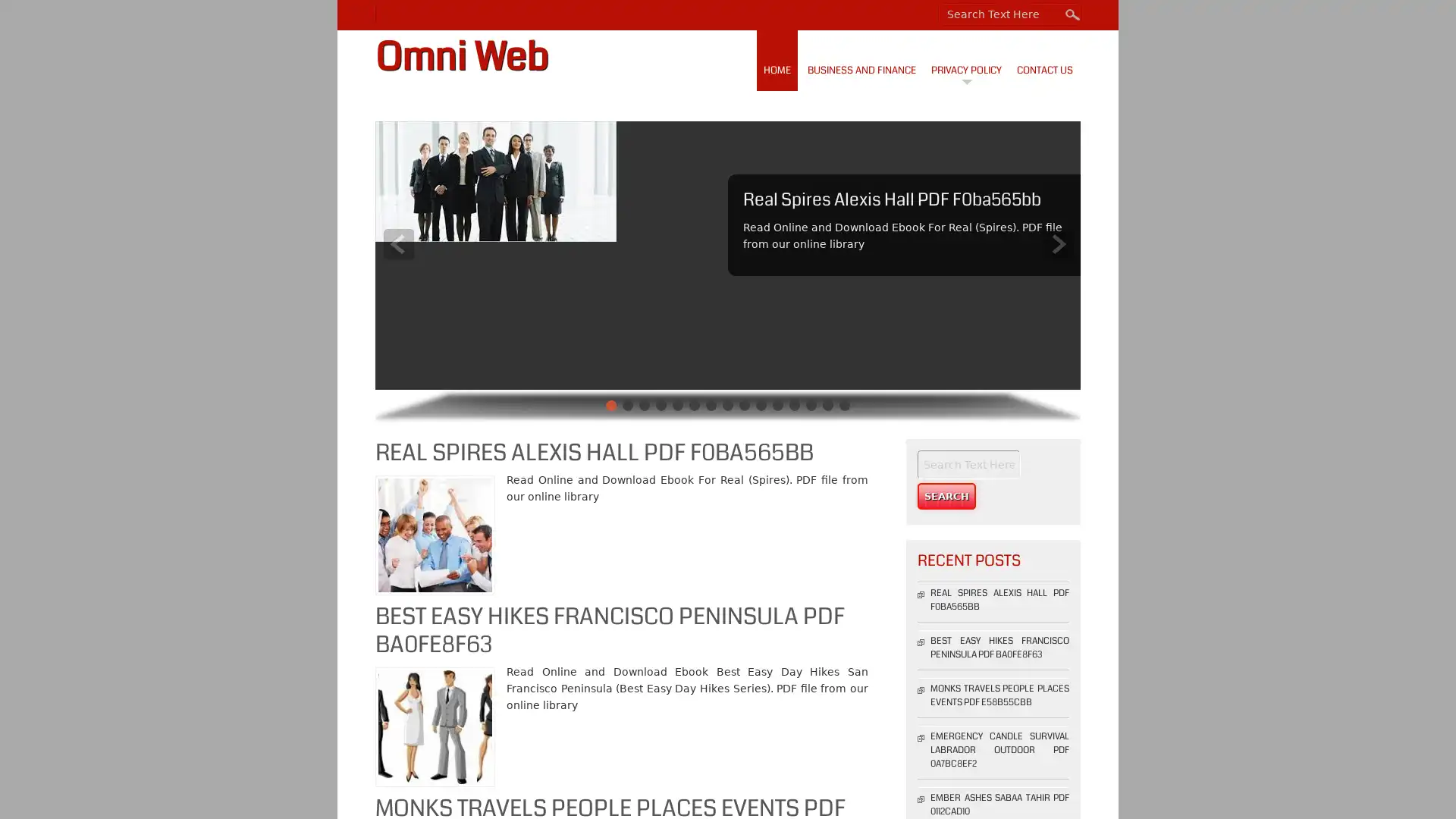  I want to click on Search, so click(946, 496).